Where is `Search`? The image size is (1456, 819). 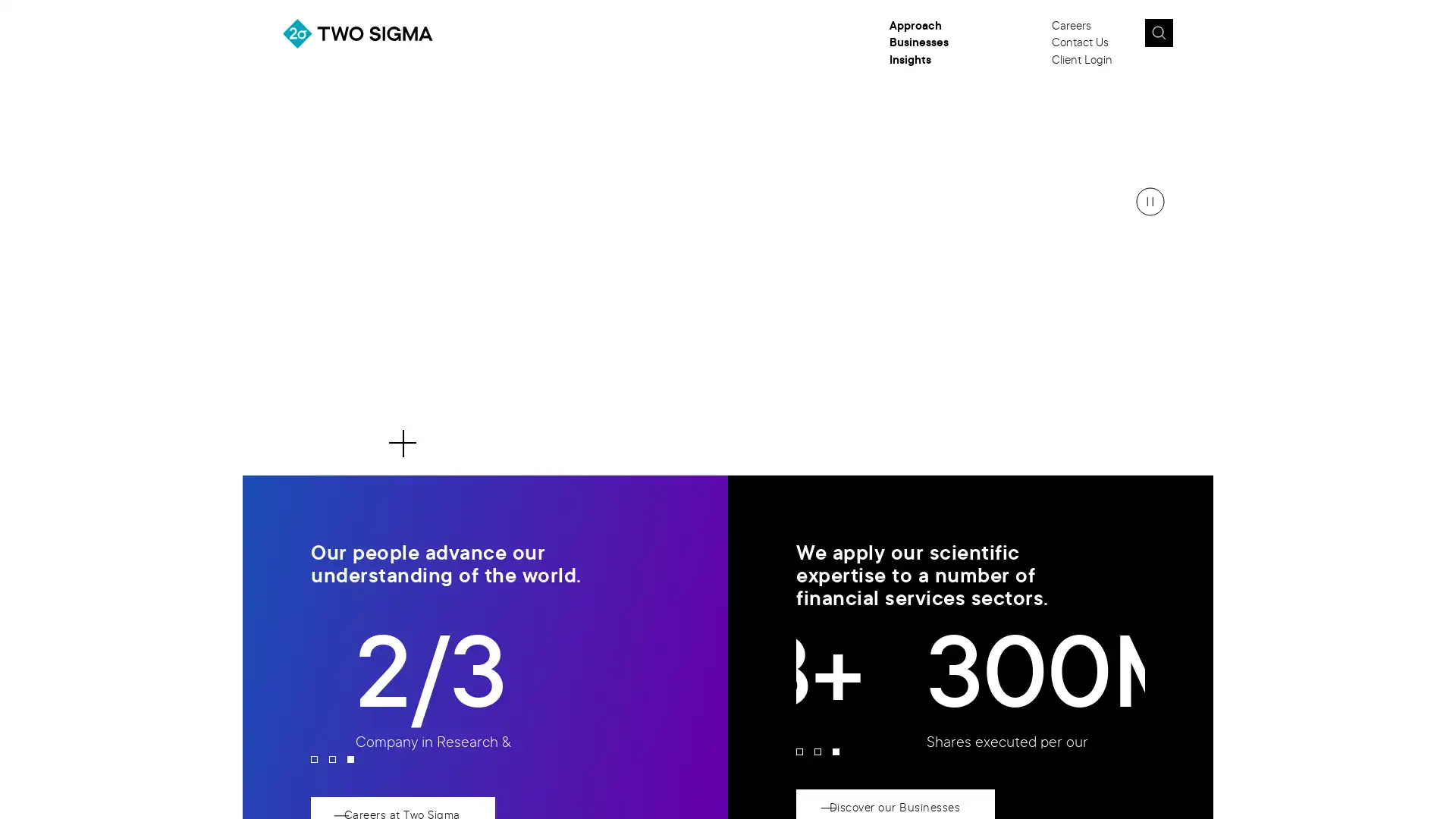
Search is located at coordinates (1157, 33).